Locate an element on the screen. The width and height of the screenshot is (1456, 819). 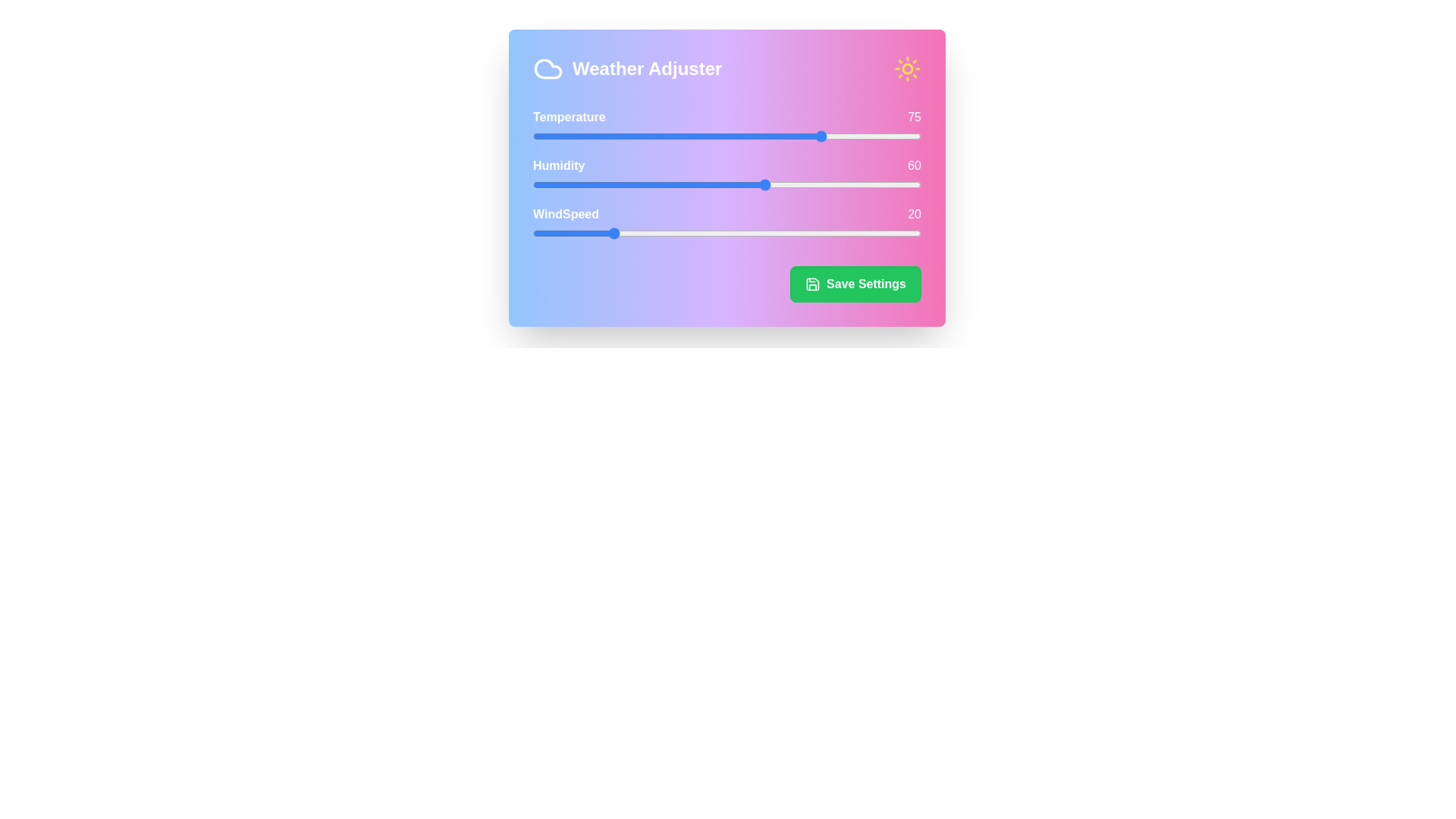
the numeric indicators of the interactive sliders labeled 'Temperature', 'Humidity', and 'WindSpeed' in the Weather Adjuster card is located at coordinates (726, 174).